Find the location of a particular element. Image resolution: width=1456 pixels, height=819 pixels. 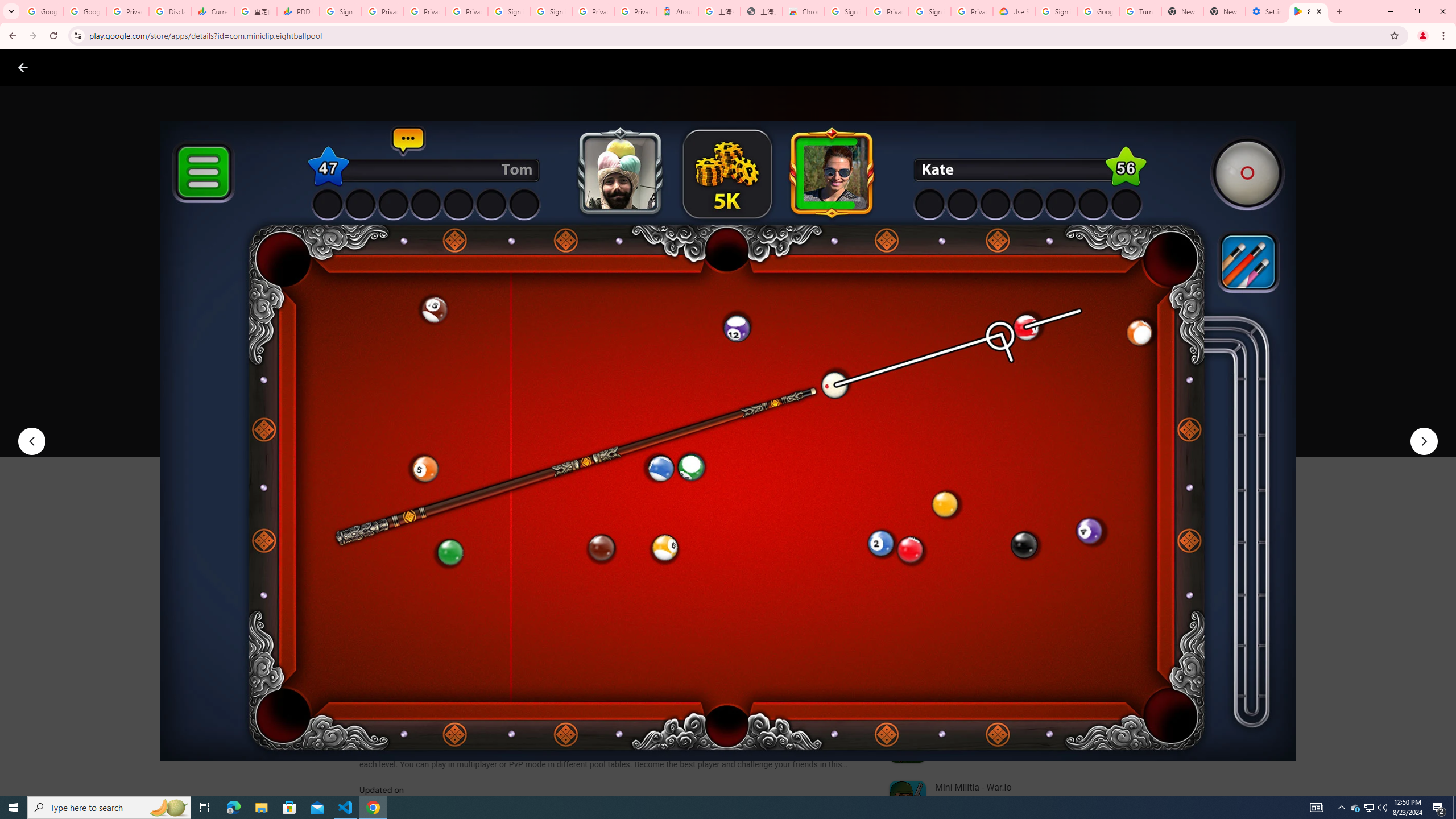

'Currencies - Google Finance' is located at coordinates (212, 11).